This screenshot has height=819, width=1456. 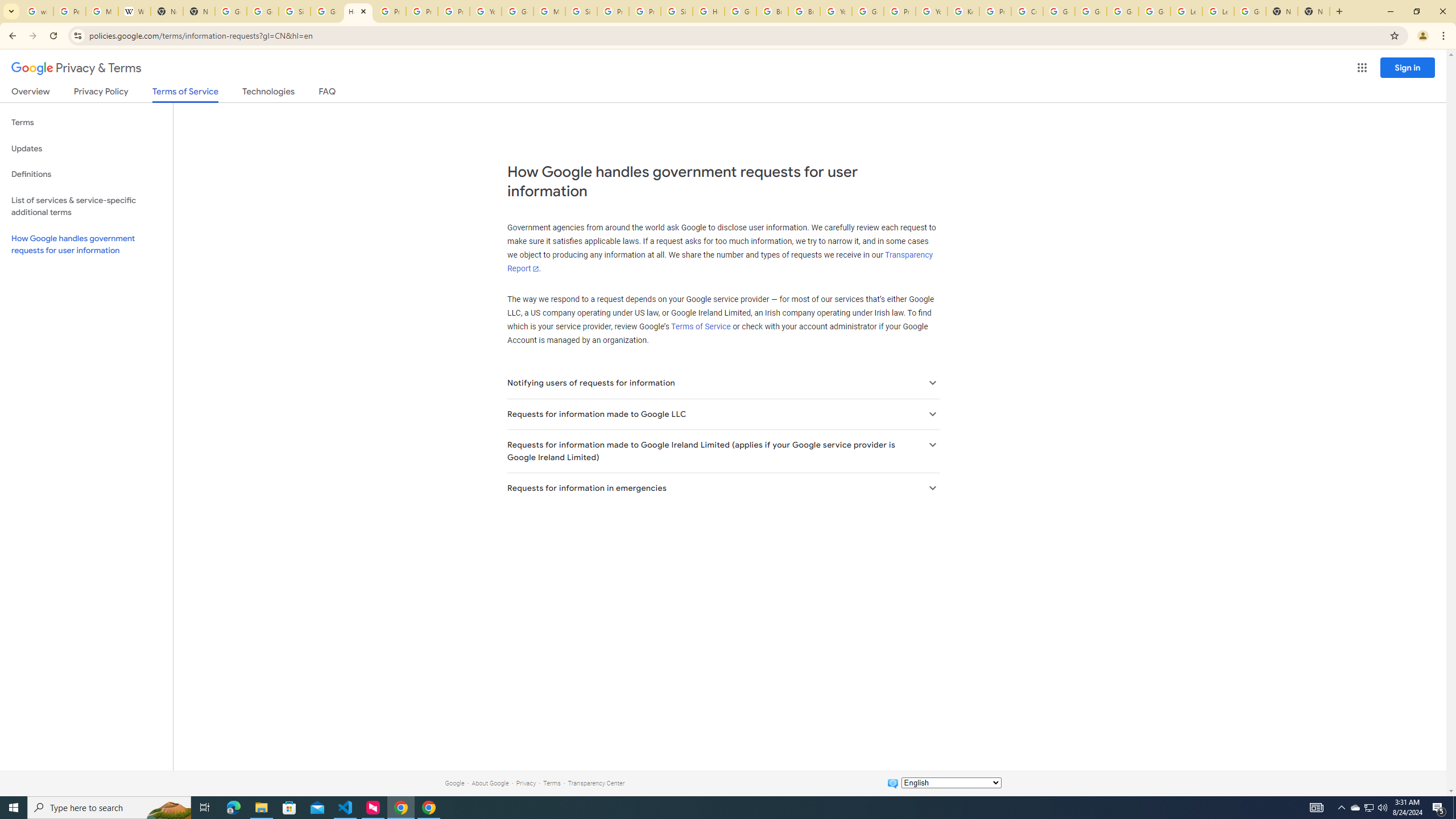 What do you see at coordinates (1123, 11) in the screenshot?
I see `'Google Account Help'` at bounding box center [1123, 11].